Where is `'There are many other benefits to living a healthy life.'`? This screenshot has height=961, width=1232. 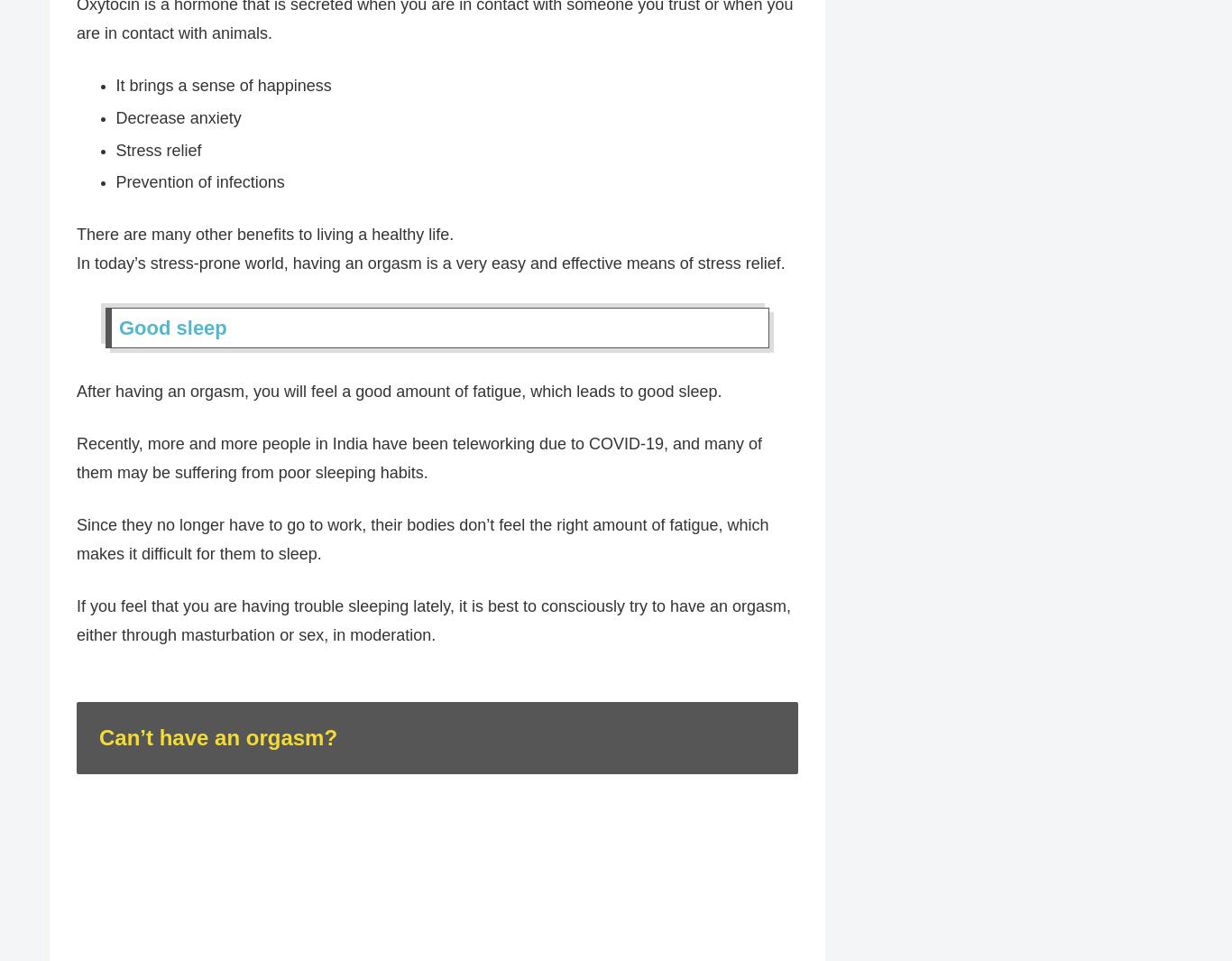 'There are many other benefits to living a healthy life.' is located at coordinates (264, 235).